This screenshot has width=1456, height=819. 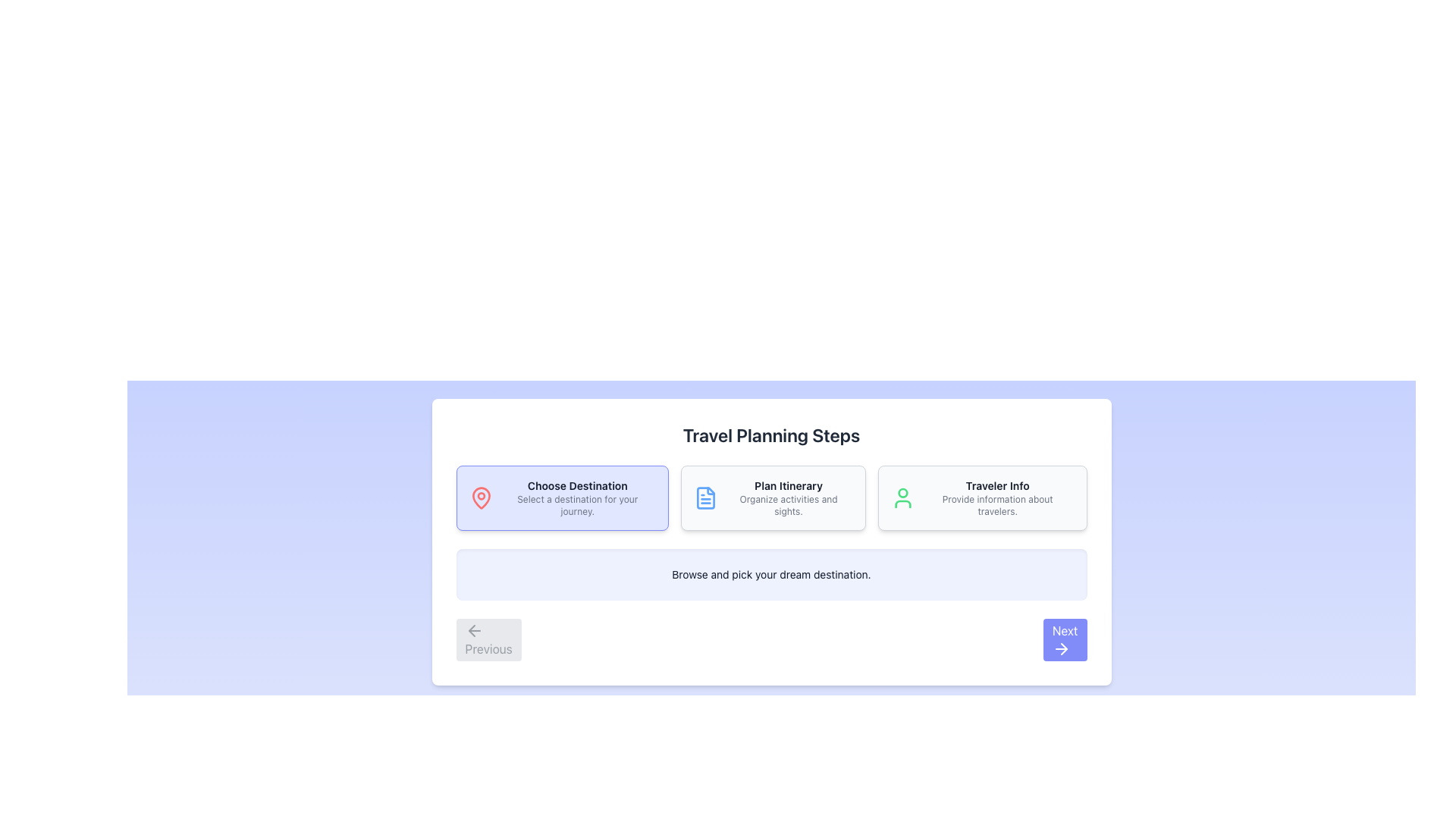 I want to click on the 'Plan Itinerary' text label, which is a bold, dark-colored label located at the top of the middle card among three horizontally aligned blocks, so click(x=789, y=485).